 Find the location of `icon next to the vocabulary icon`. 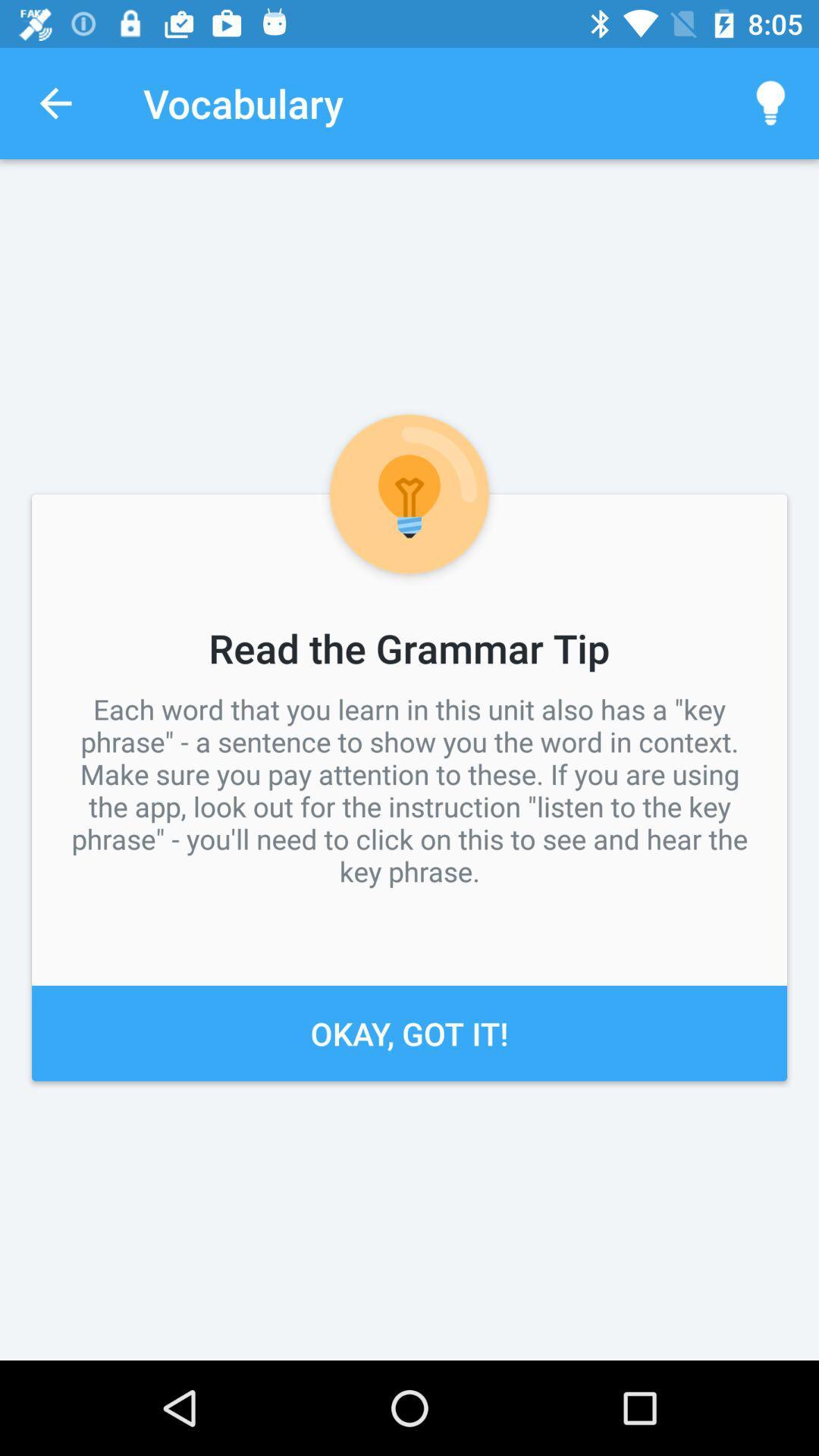

icon next to the vocabulary icon is located at coordinates (55, 102).